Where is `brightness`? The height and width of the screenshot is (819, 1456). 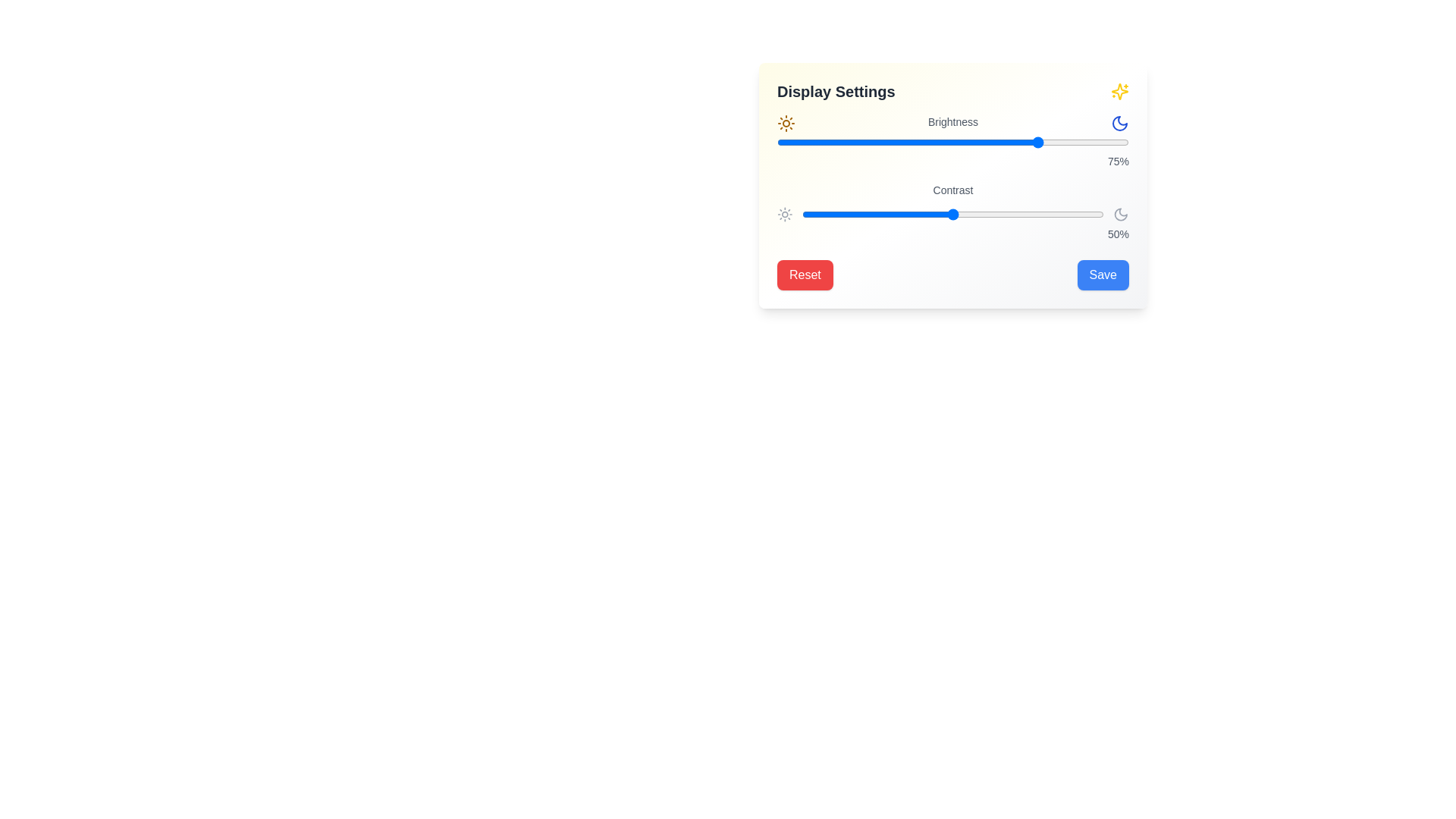 brightness is located at coordinates (780, 143).